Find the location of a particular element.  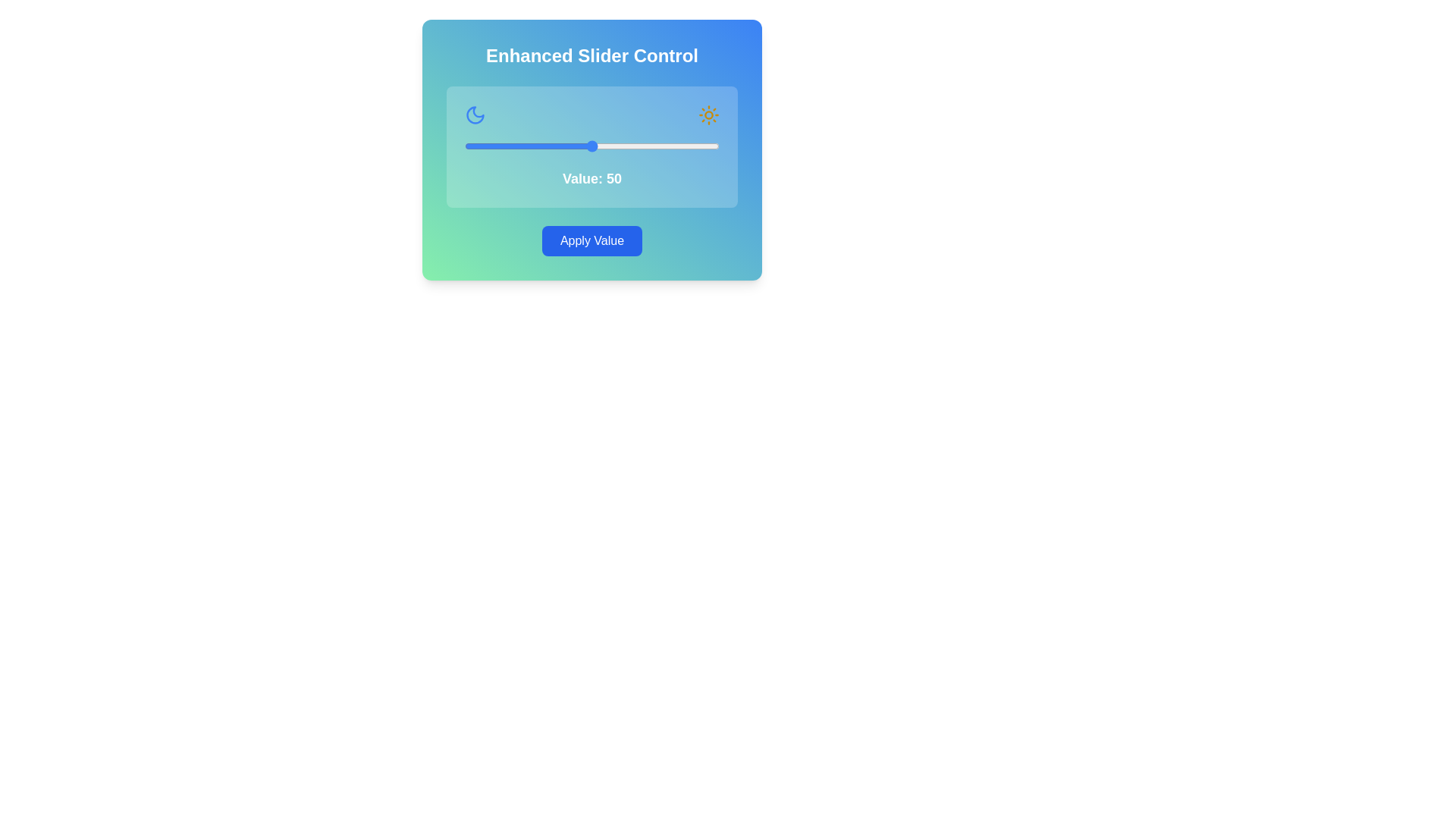

the slider is located at coordinates (612, 146).